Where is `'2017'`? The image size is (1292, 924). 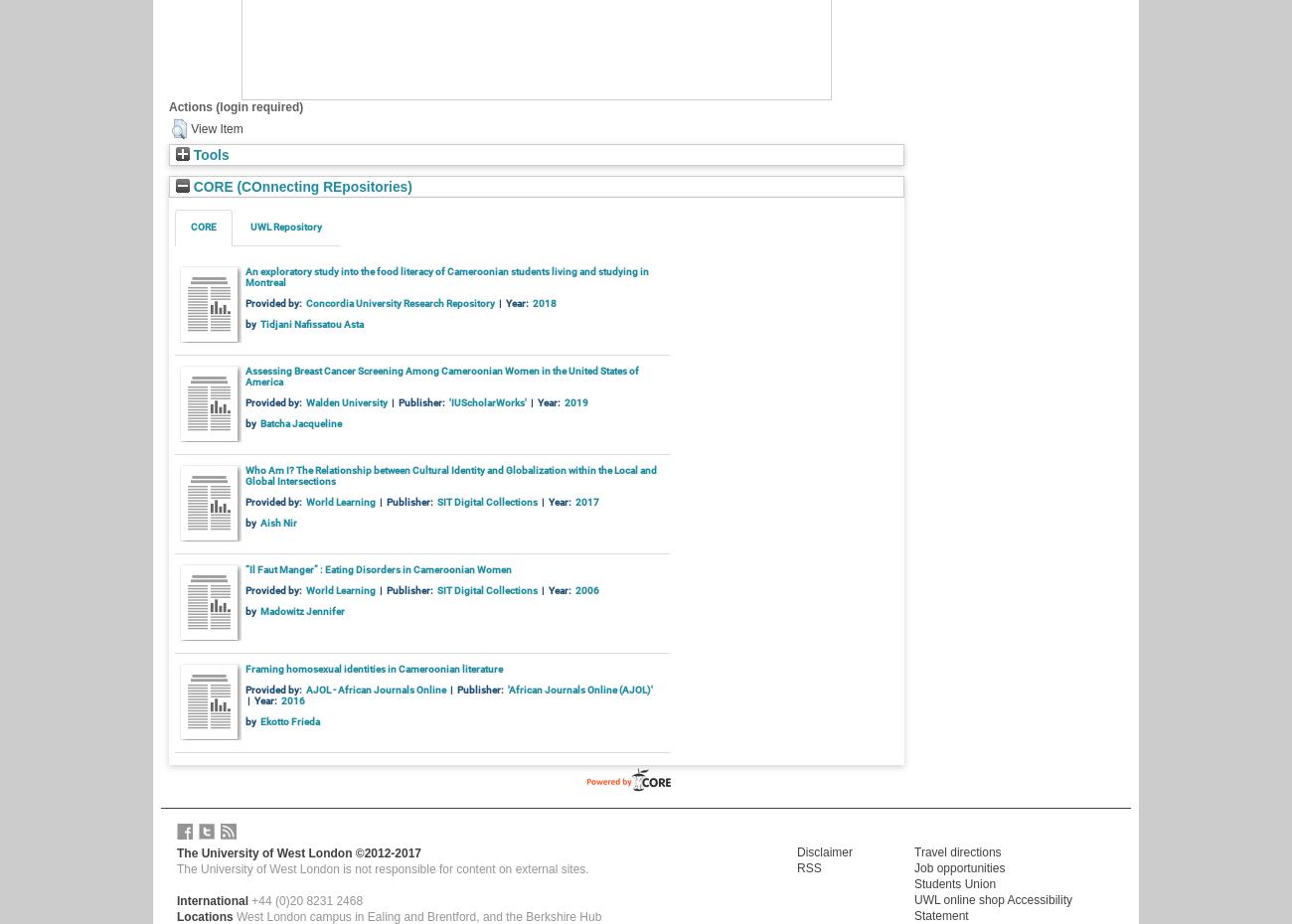
'2017' is located at coordinates (585, 500).